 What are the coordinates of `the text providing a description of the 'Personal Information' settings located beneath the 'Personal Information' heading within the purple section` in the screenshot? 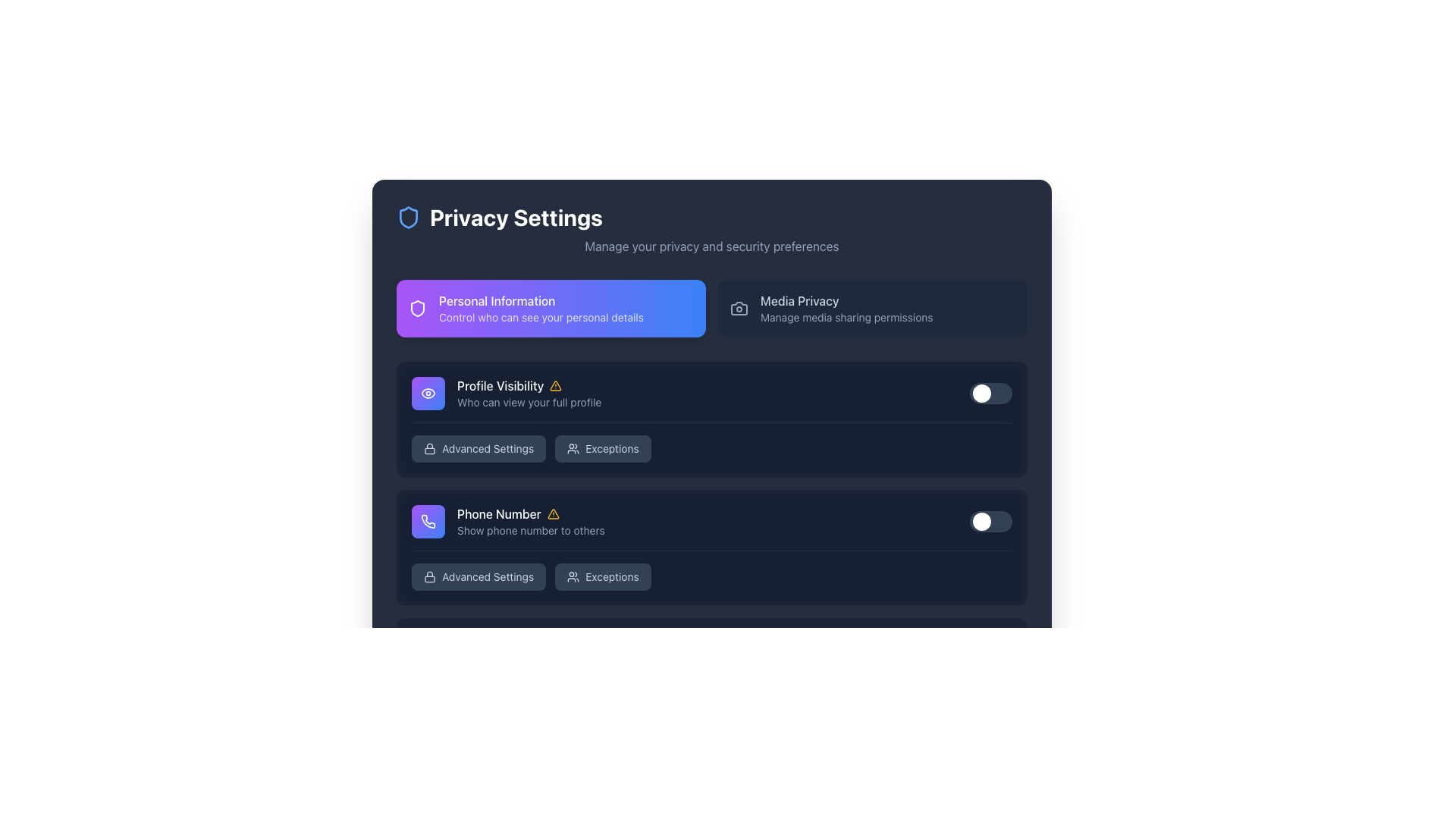 It's located at (541, 317).